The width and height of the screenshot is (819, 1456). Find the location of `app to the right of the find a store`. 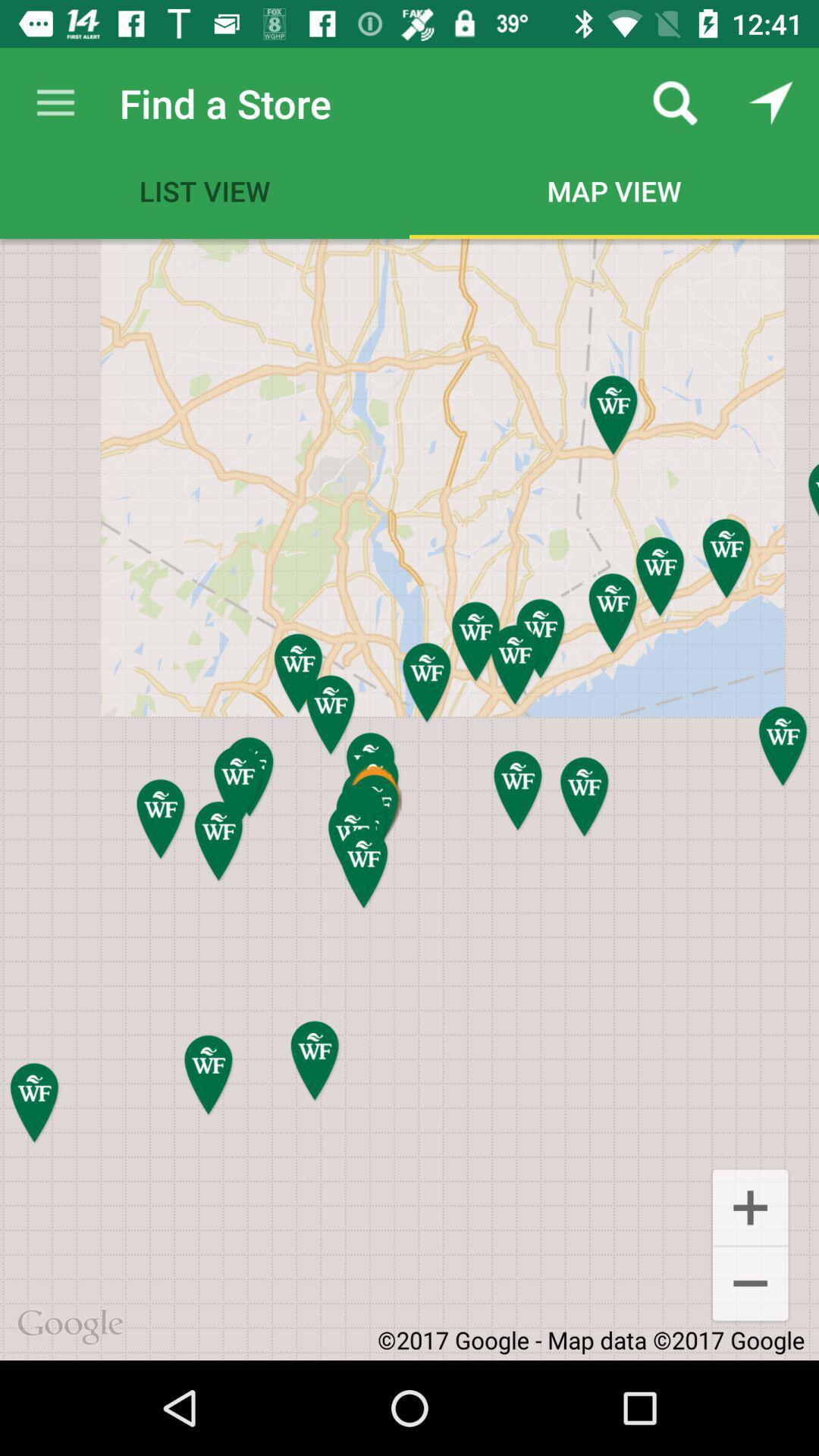

app to the right of the find a store is located at coordinates (675, 102).